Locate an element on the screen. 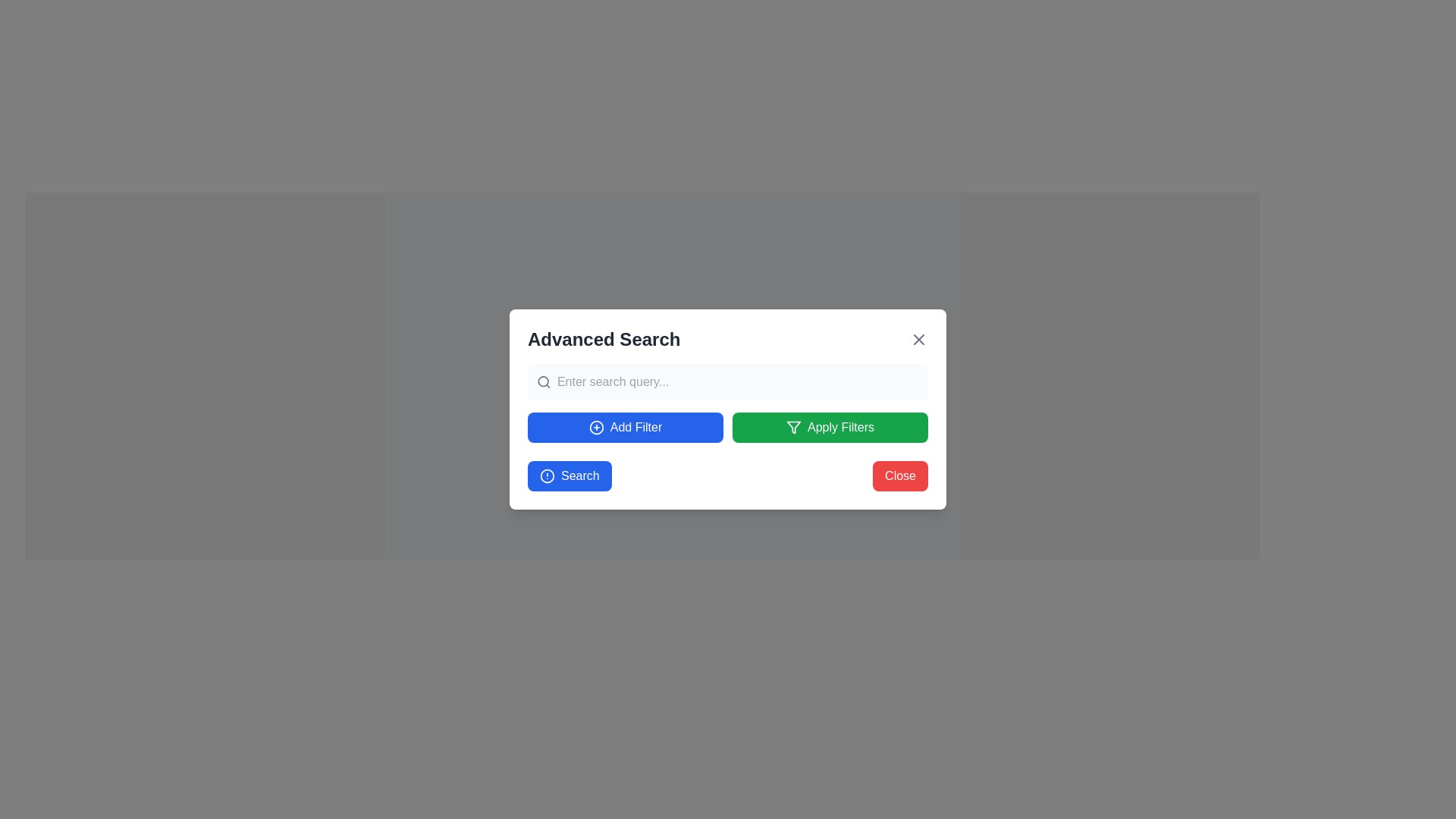  the red 'Close' button with white bold text located at the bottom-right corner of the dialog is located at coordinates (900, 475).